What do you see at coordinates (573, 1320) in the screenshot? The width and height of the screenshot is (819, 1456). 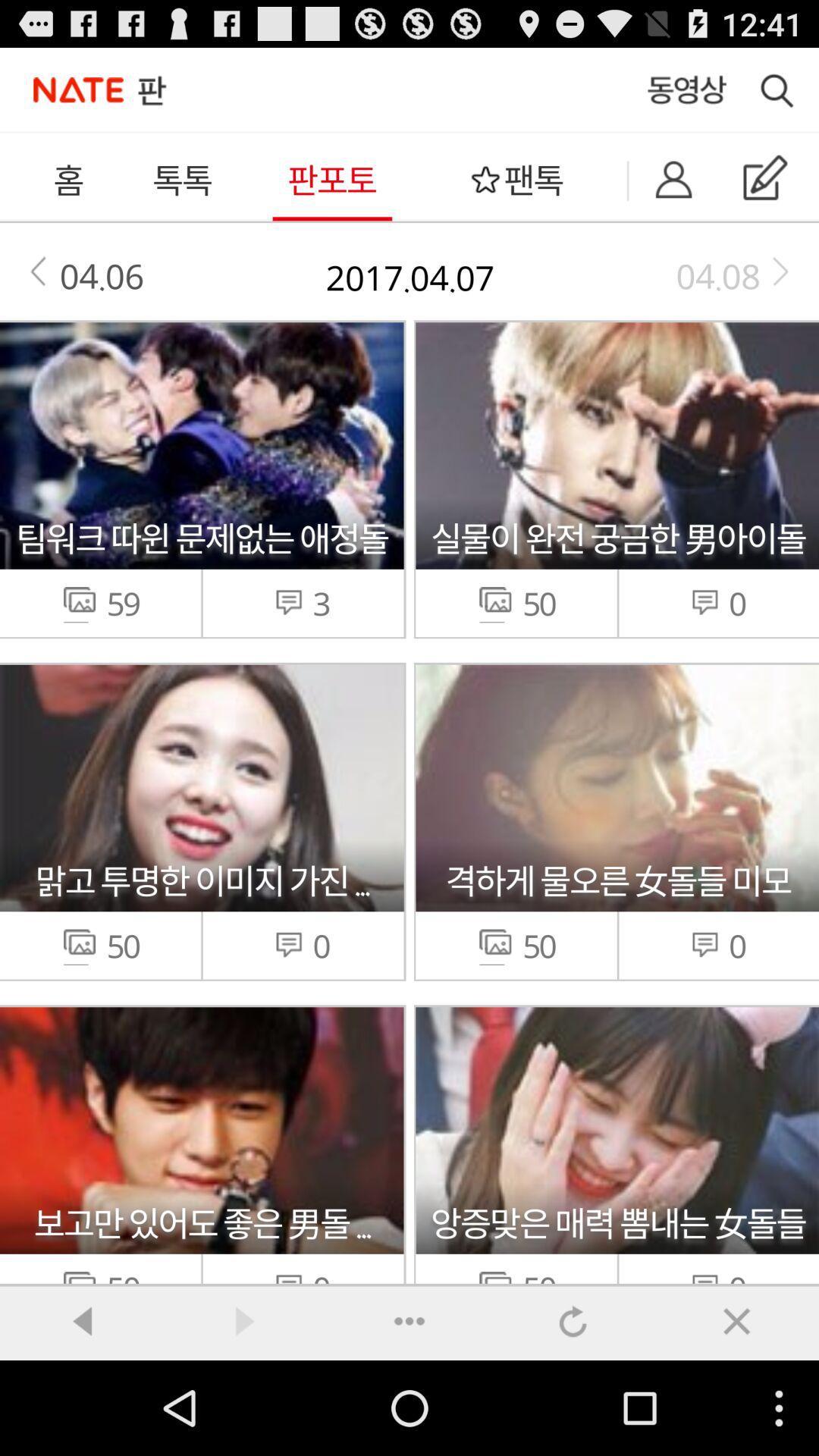 I see `tap to refresh` at bounding box center [573, 1320].